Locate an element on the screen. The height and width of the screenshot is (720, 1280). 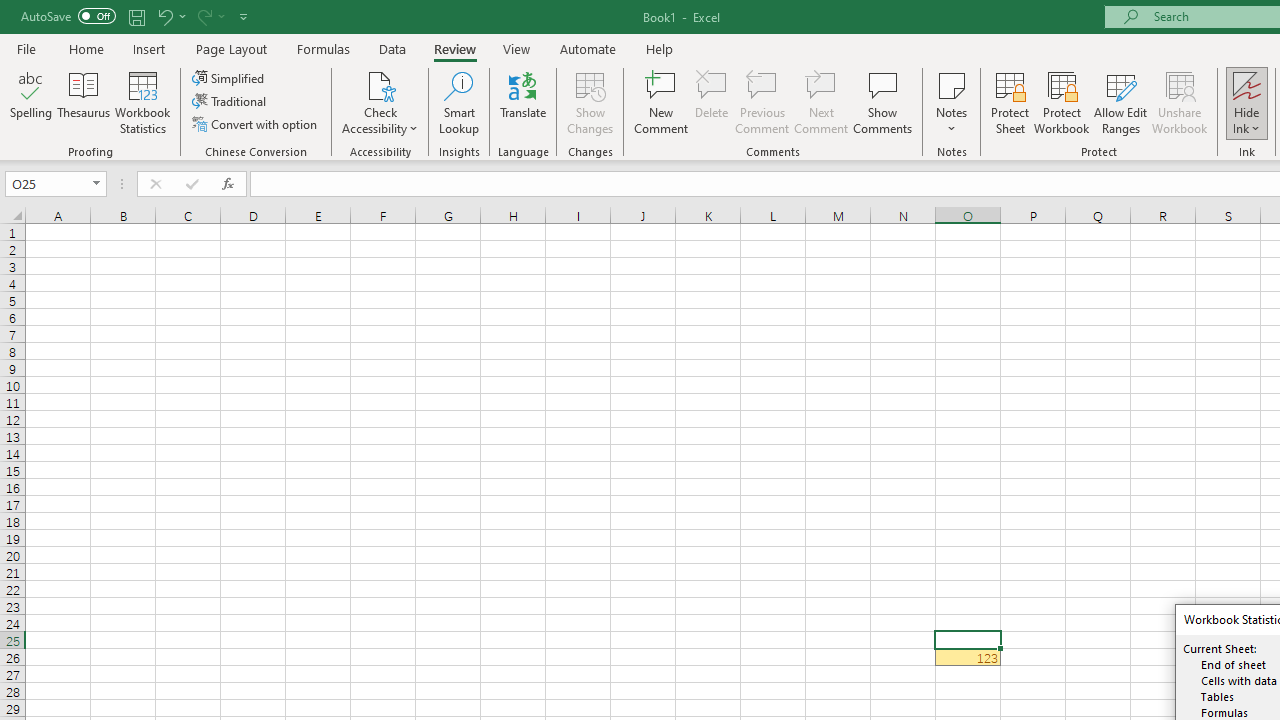
'Thesaurus...' is located at coordinates (82, 103).